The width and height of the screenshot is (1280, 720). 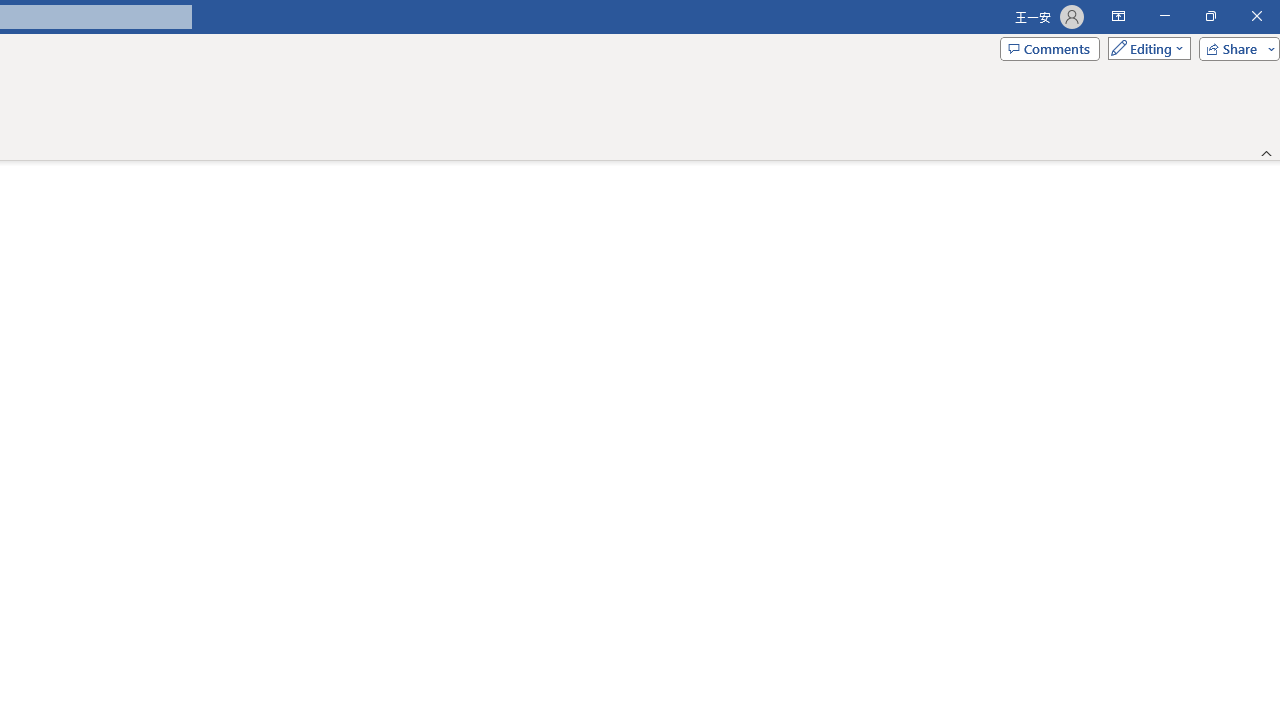 I want to click on 'Collapse the Ribbon', so click(x=1266, y=152).